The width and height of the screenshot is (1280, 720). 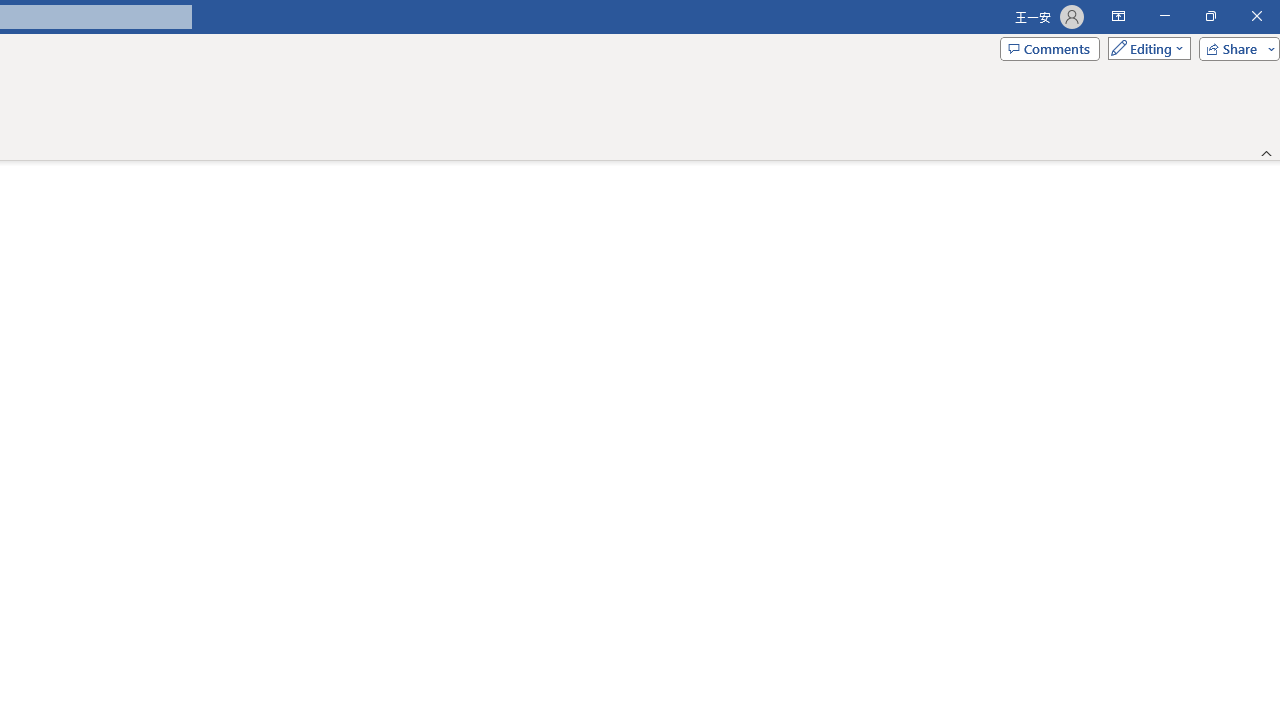 I want to click on 'Collapse the Ribbon', so click(x=1266, y=152).